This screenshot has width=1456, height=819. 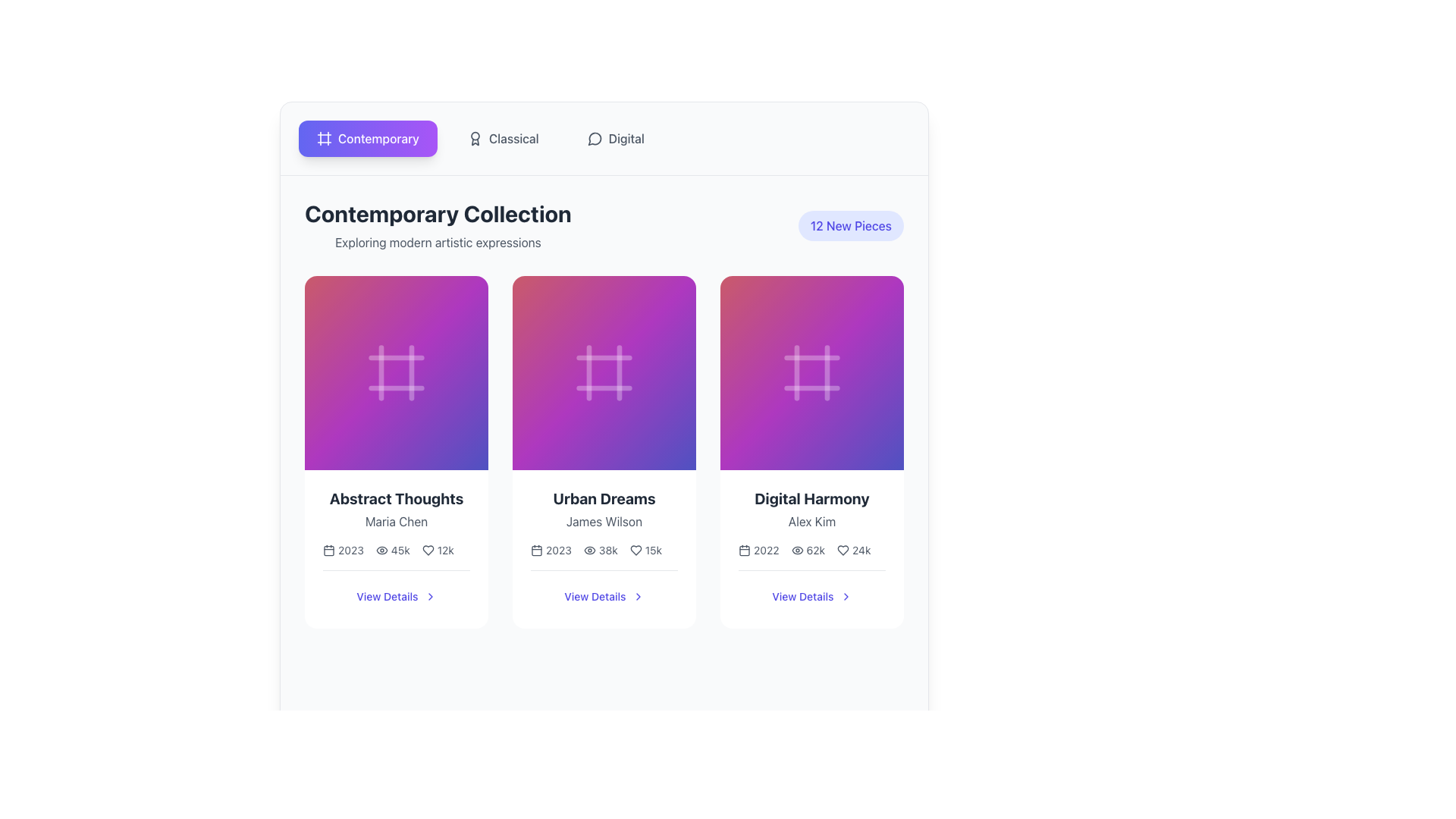 What do you see at coordinates (342, 550) in the screenshot?
I see `the static text element displaying the number '2023', which is styled in dark gray and associated with a calendar icon, located under the title 'Abstract Thoughts'` at bounding box center [342, 550].